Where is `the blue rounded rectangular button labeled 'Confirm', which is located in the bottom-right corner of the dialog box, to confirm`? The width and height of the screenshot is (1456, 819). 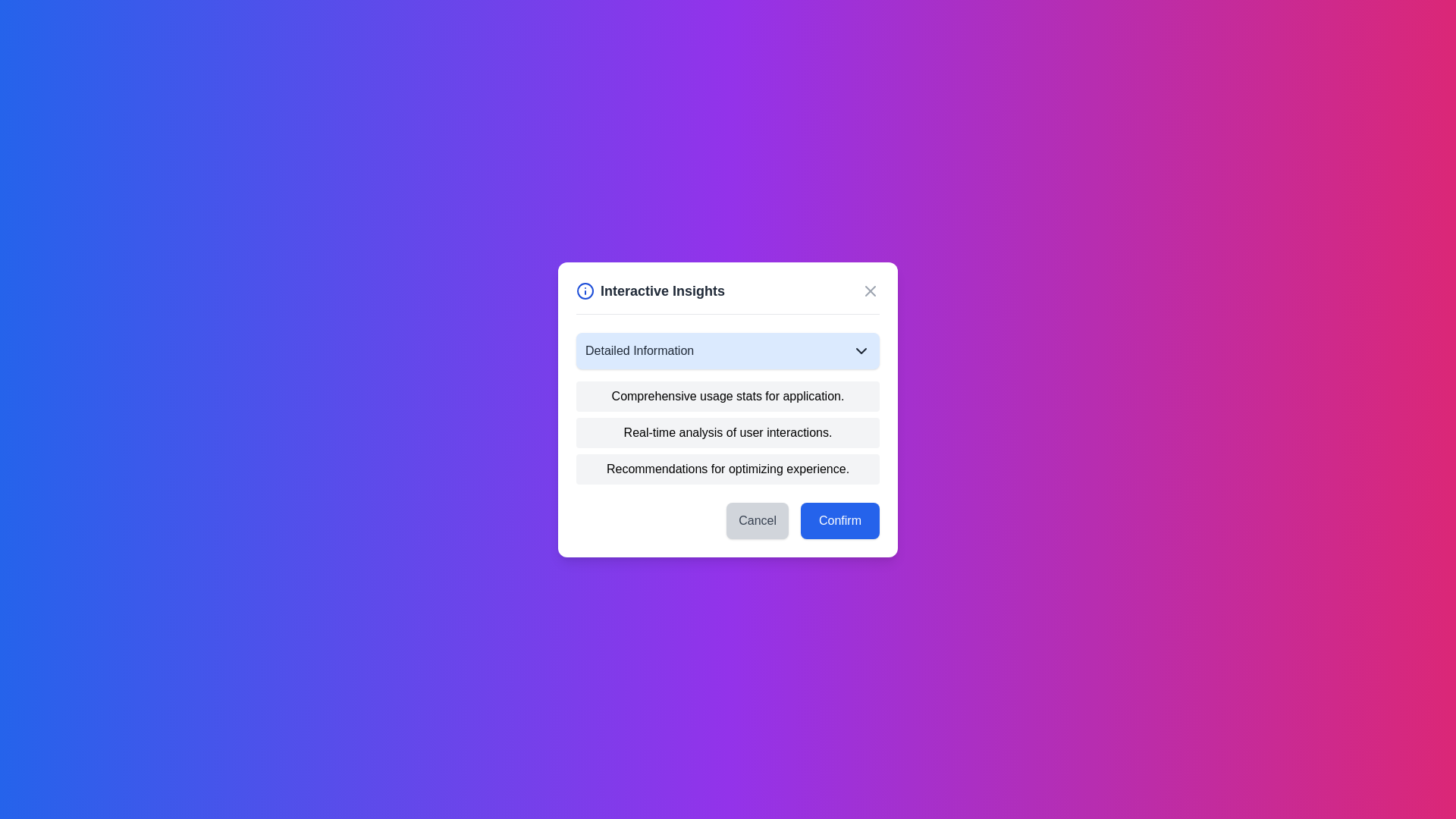 the blue rounded rectangular button labeled 'Confirm', which is located in the bottom-right corner of the dialog box, to confirm is located at coordinates (839, 519).